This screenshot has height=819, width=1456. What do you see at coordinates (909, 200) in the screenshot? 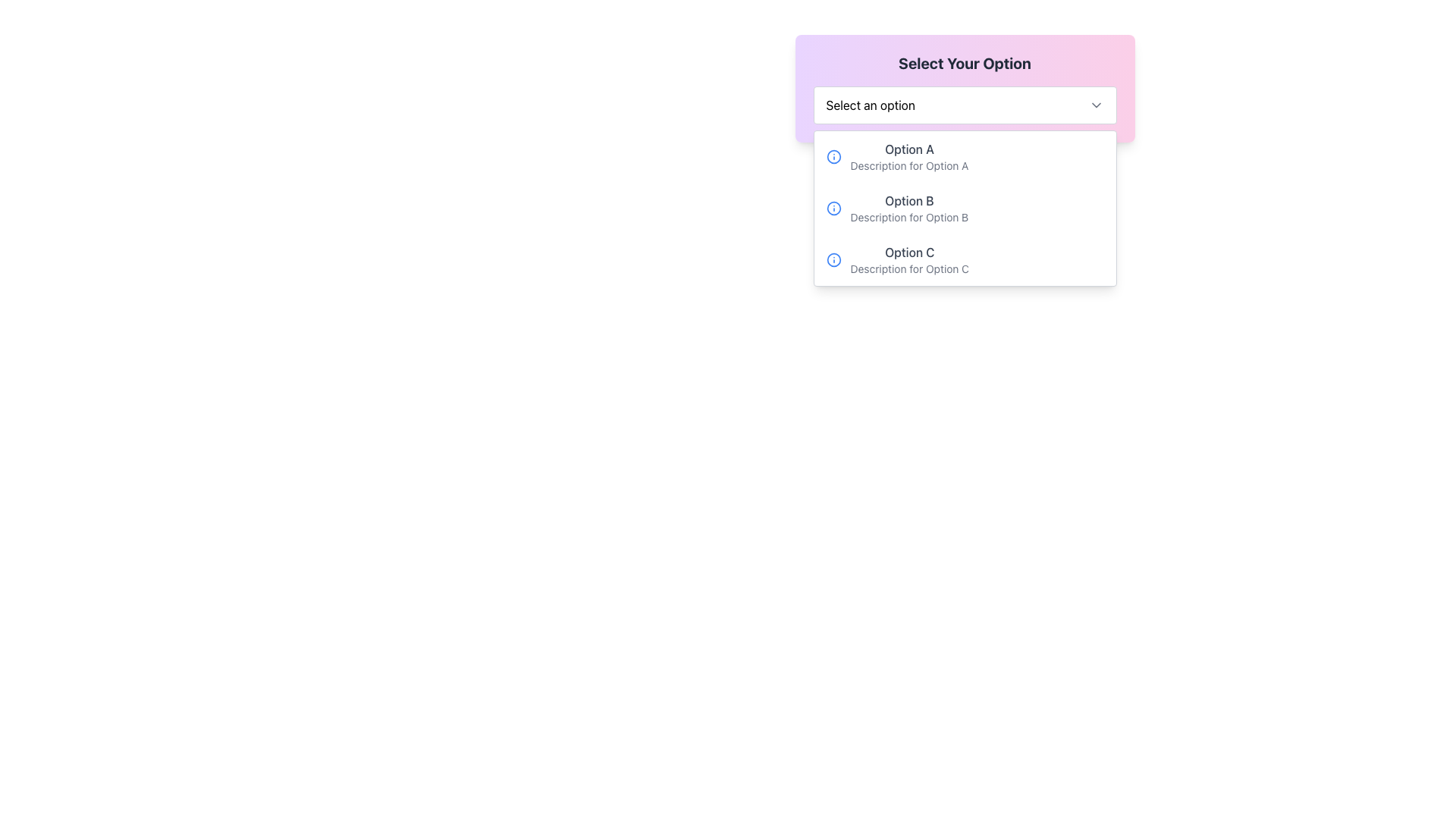
I see `label text representing 'Option B' in the dropdown menu under 'Select Your Option'` at bounding box center [909, 200].